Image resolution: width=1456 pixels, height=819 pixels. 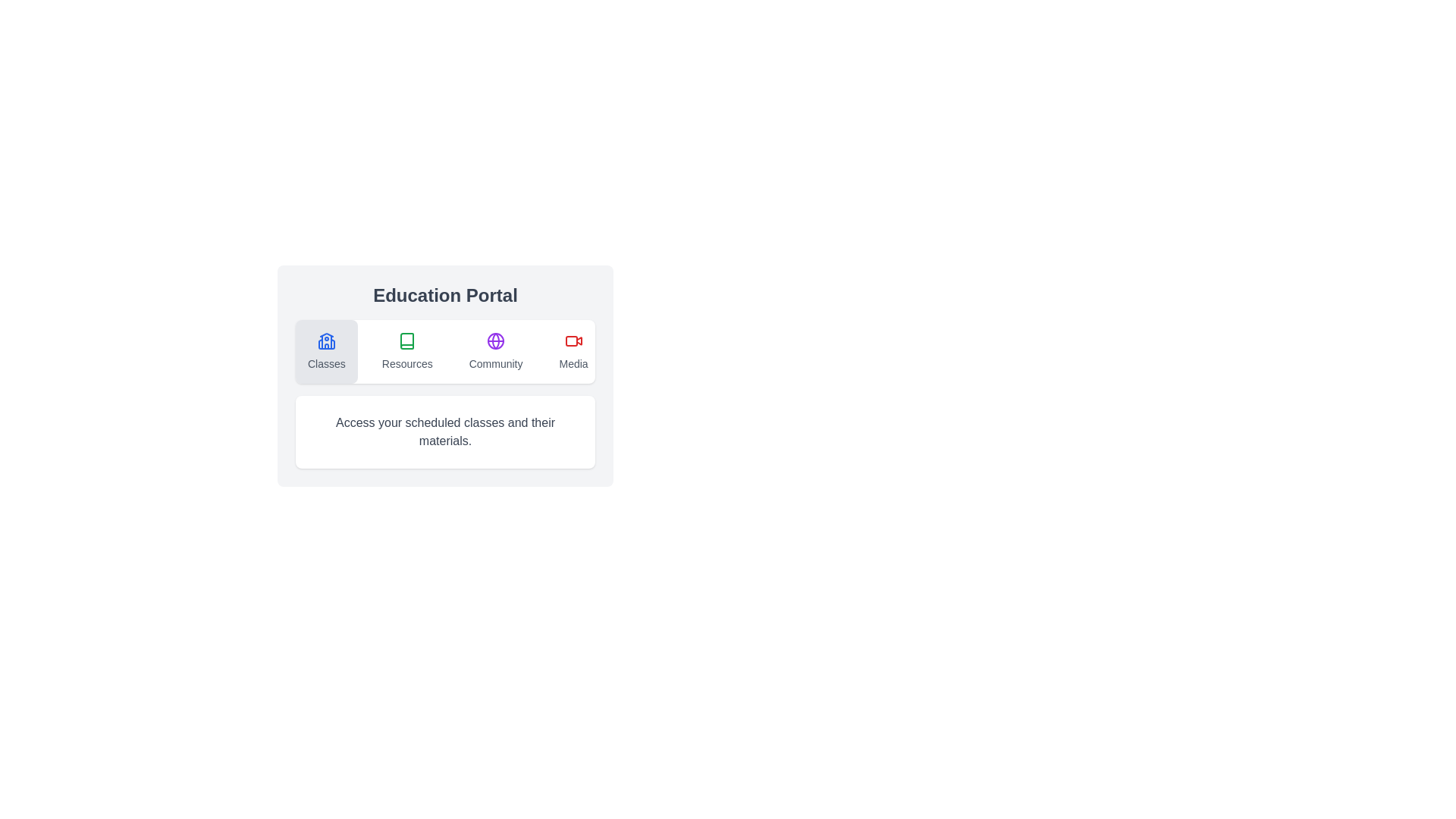 I want to click on the Classes tab, so click(x=325, y=351).